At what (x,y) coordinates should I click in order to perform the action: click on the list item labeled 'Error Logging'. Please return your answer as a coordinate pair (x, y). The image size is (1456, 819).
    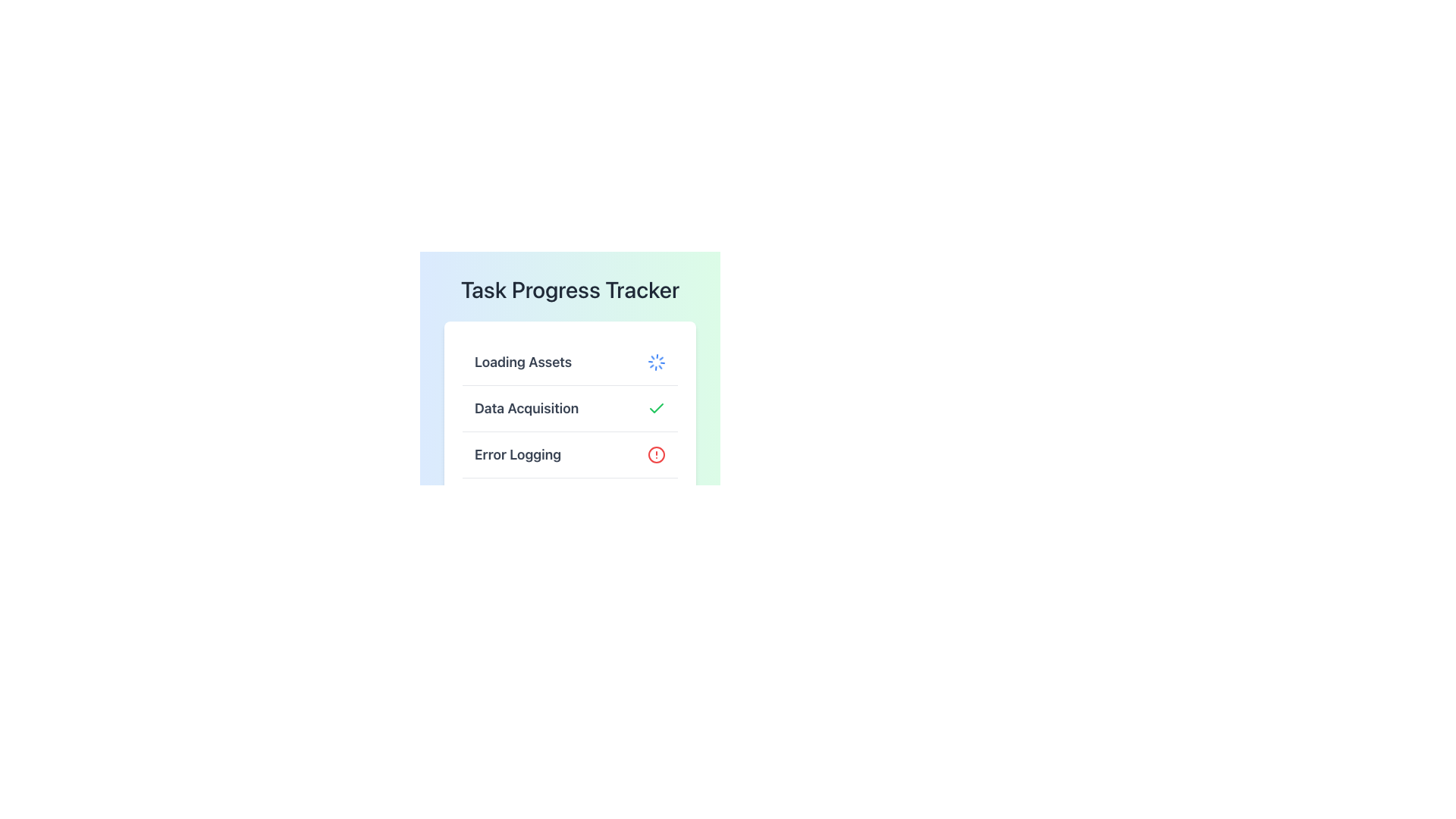
    Looking at the image, I should click on (570, 454).